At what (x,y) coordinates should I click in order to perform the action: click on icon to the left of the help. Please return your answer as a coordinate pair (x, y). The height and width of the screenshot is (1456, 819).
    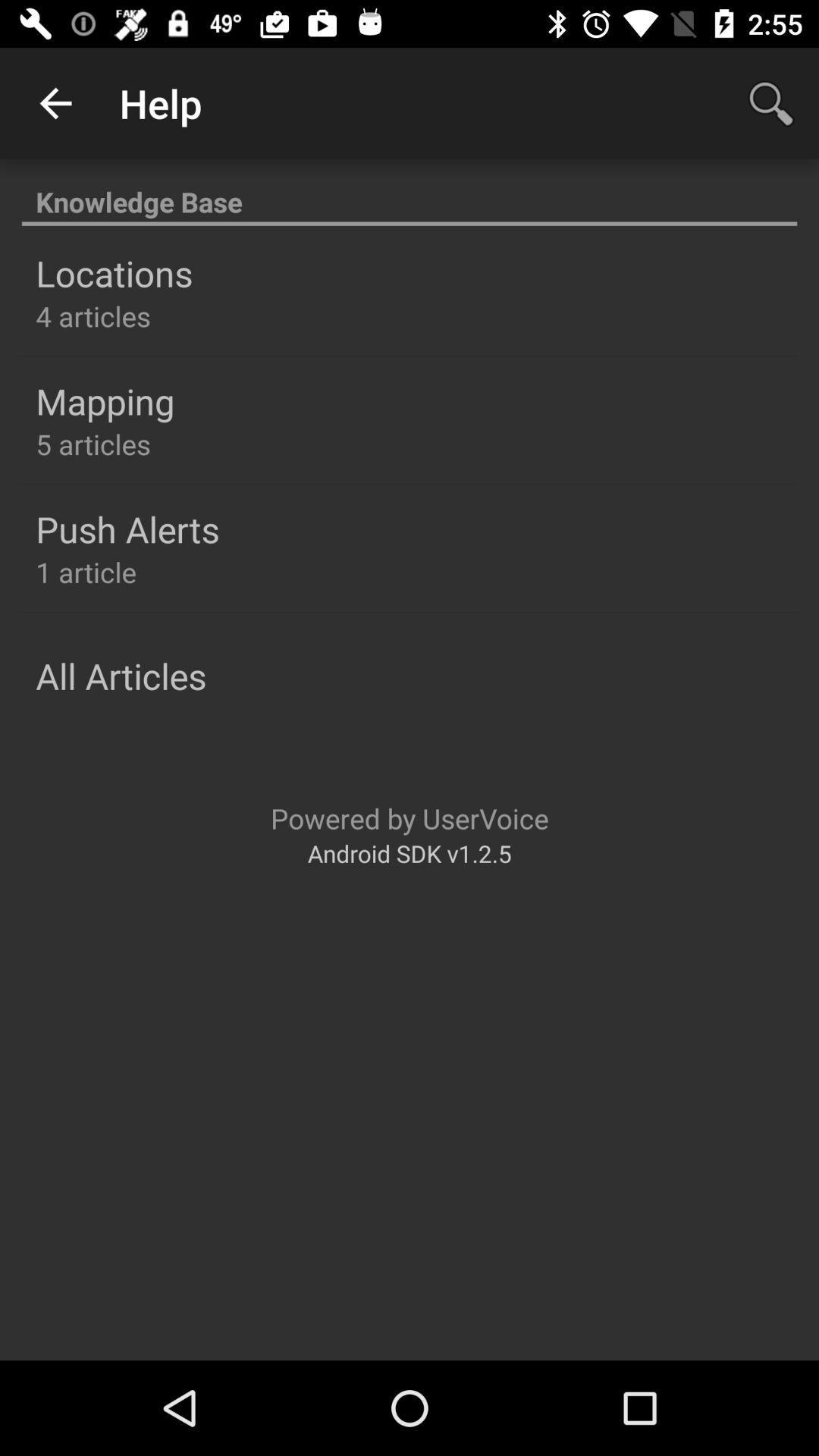
    Looking at the image, I should click on (55, 102).